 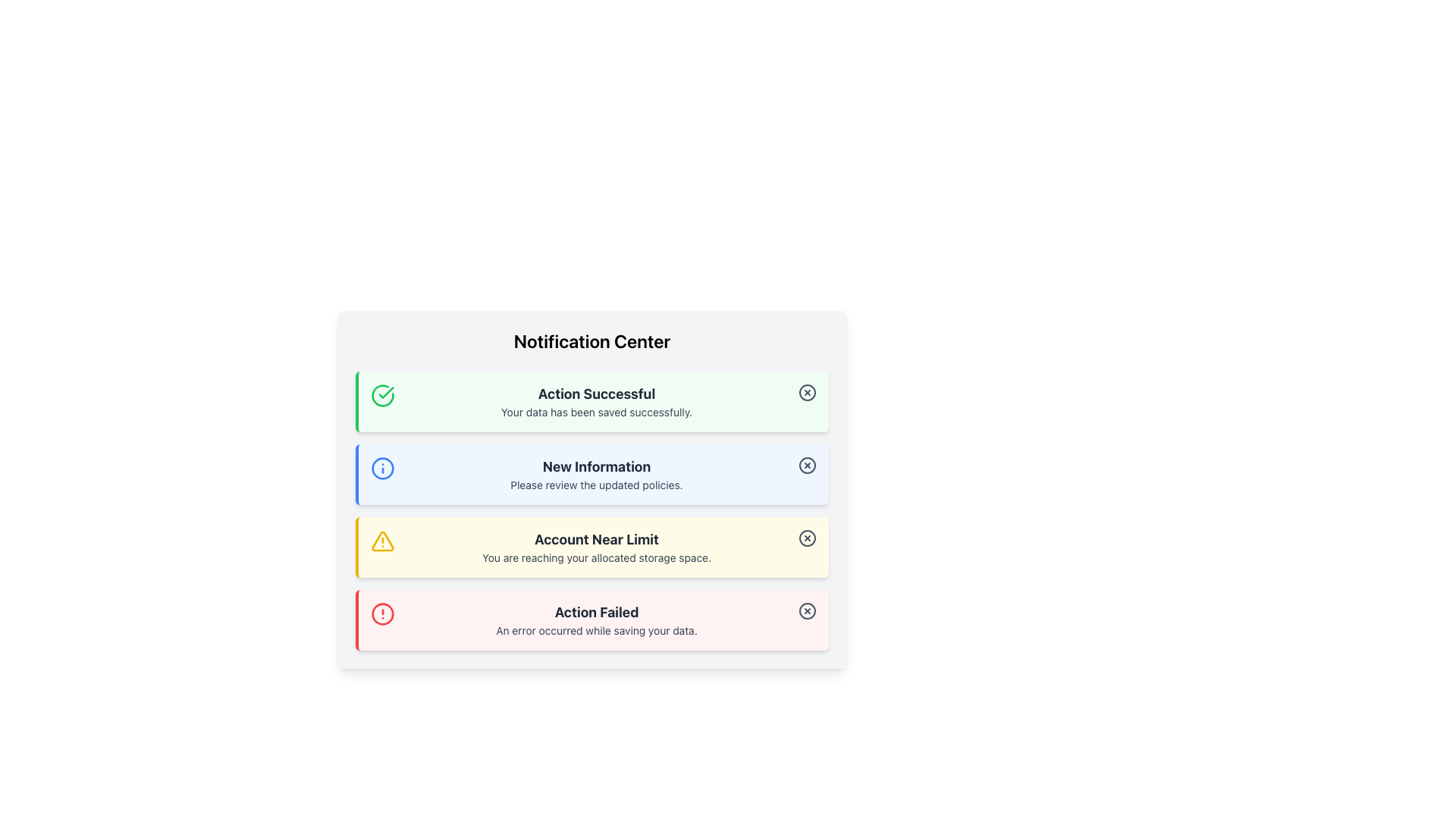 I want to click on the Notification card that informs users of an error during data saving, located in the fourth slot of the notification list, to potentially see a tooltip or further description, so click(x=596, y=620).